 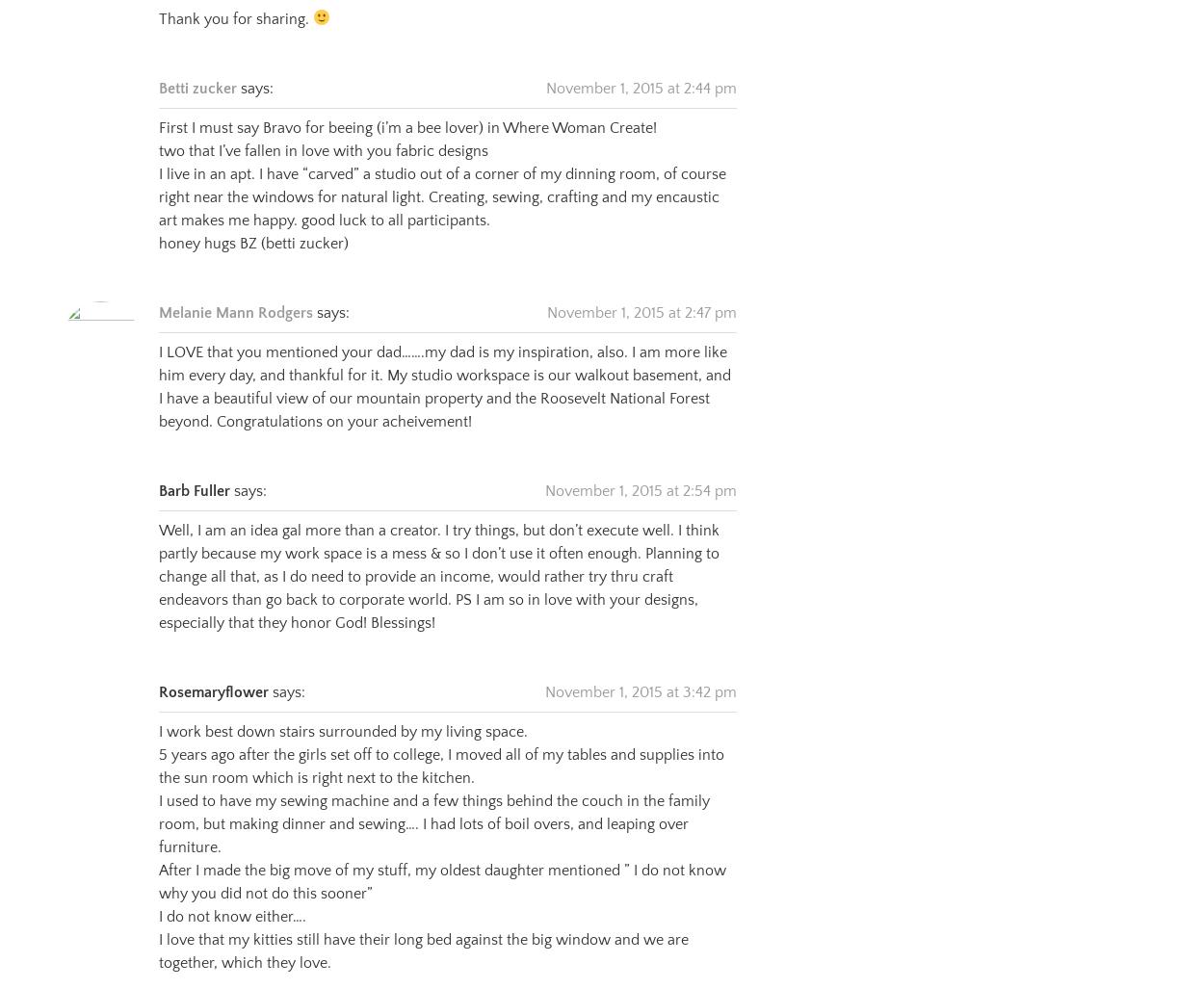 What do you see at coordinates (159, 892) in the screenshot?
I see `'I do not know either….'` at bounding box center [159, 892].